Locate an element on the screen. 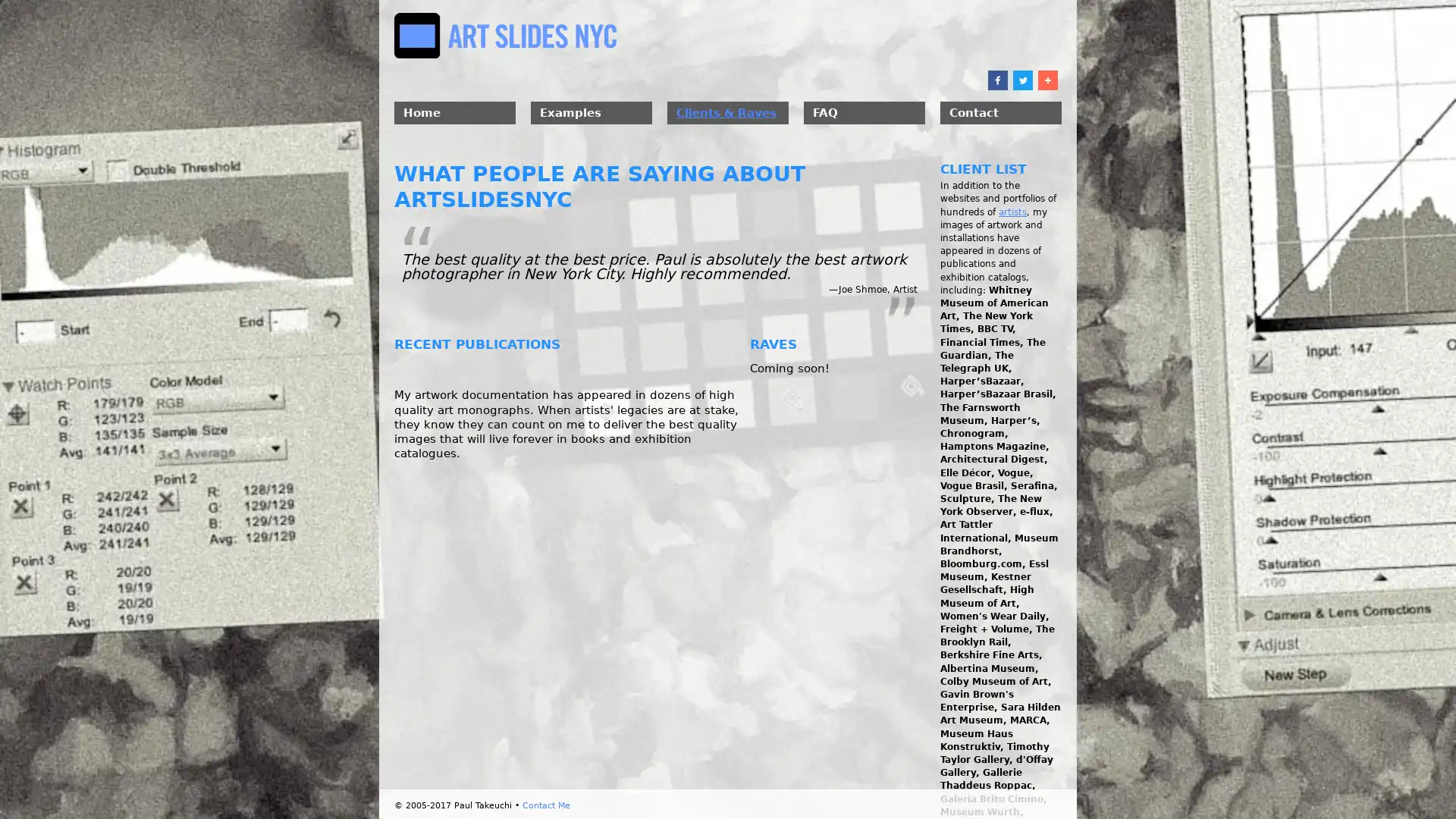  Share to Facebook is located at coordinates (1004, 79).